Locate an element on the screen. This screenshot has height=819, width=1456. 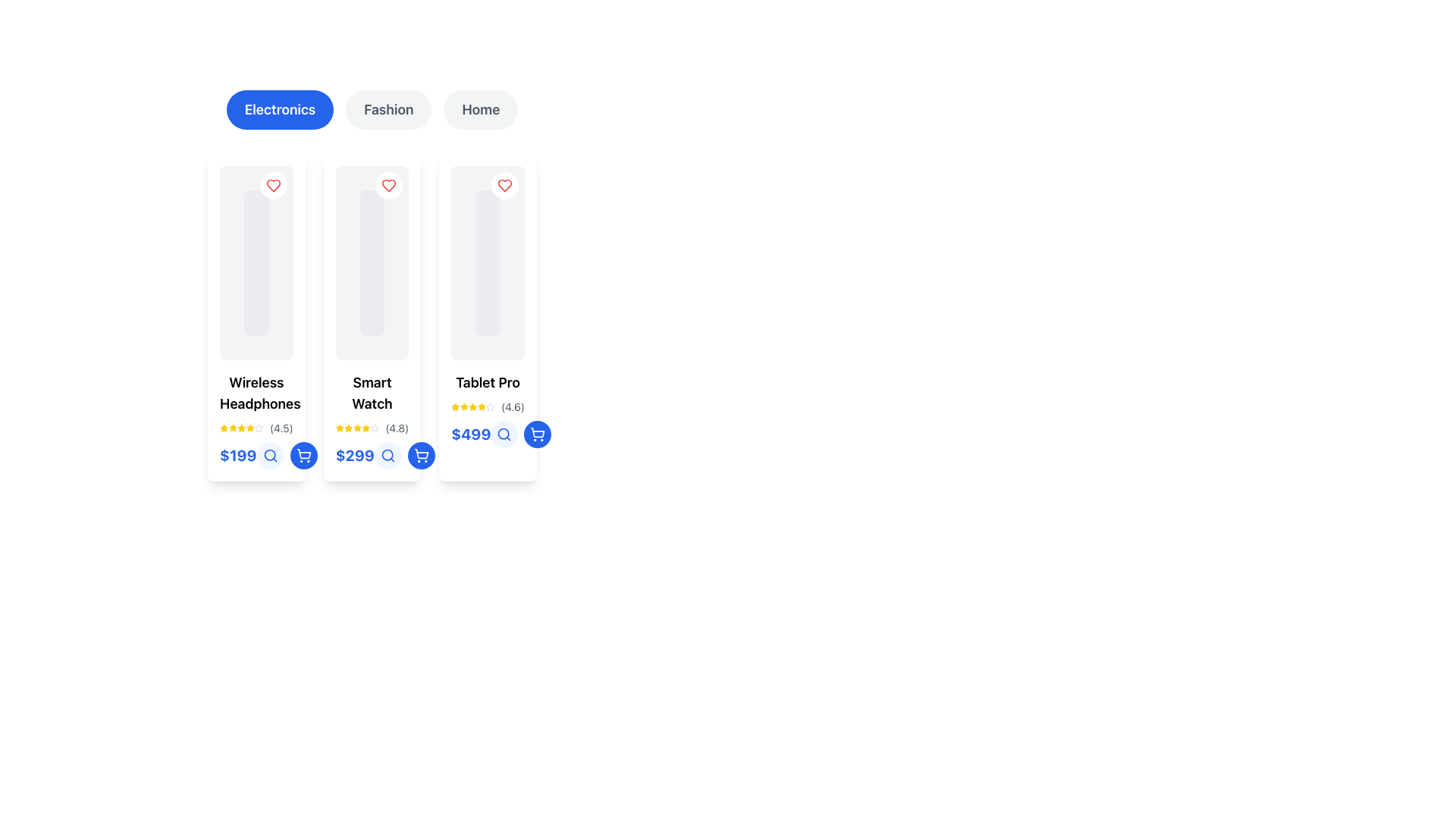
the Text label displaying the price of the 'Wireless Headphones' item, located at the bottom-left section of its card is located at coordinates (256, 455).